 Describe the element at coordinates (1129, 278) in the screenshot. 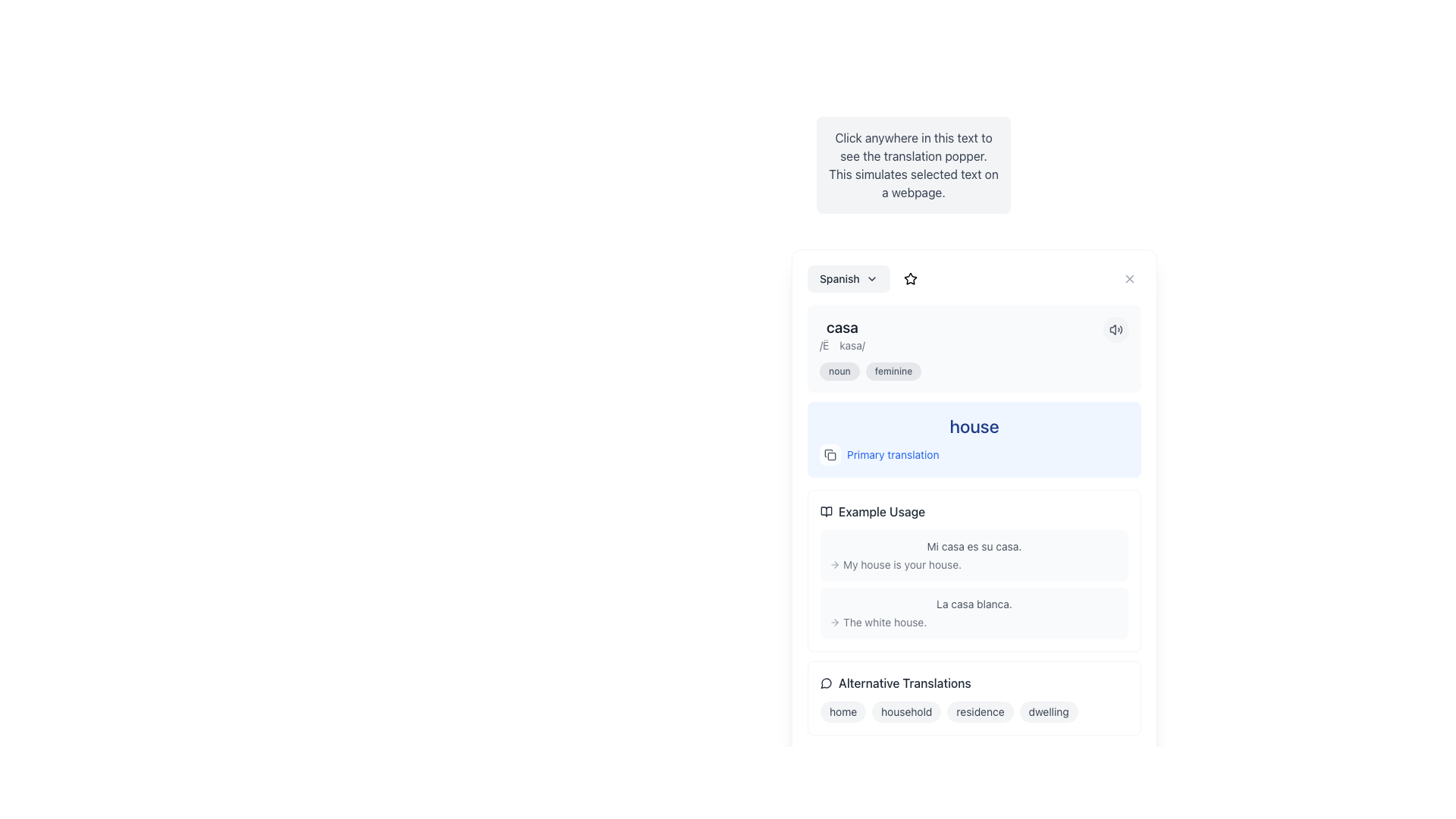

I see `the 'X' shaped button icon located in the top-right corner of the pop-up window to change its appearance` at that location.